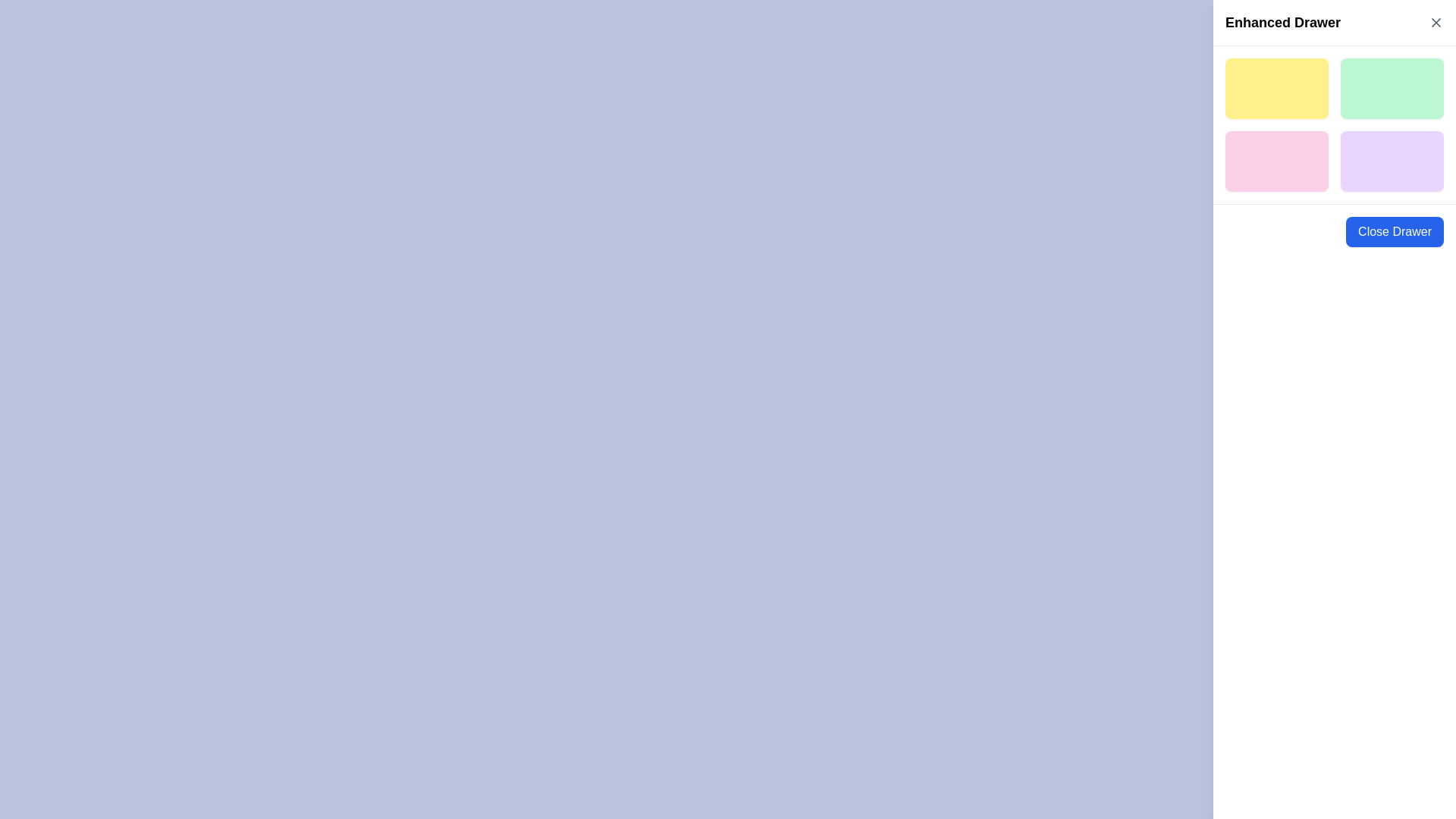 The height and width of the screenshot is (819, 1456). Describe the element at coordinates (1436, 23) in the screenshot. I see `the close button on the far right side of the 'Enhanced Drawer' header` at that location.